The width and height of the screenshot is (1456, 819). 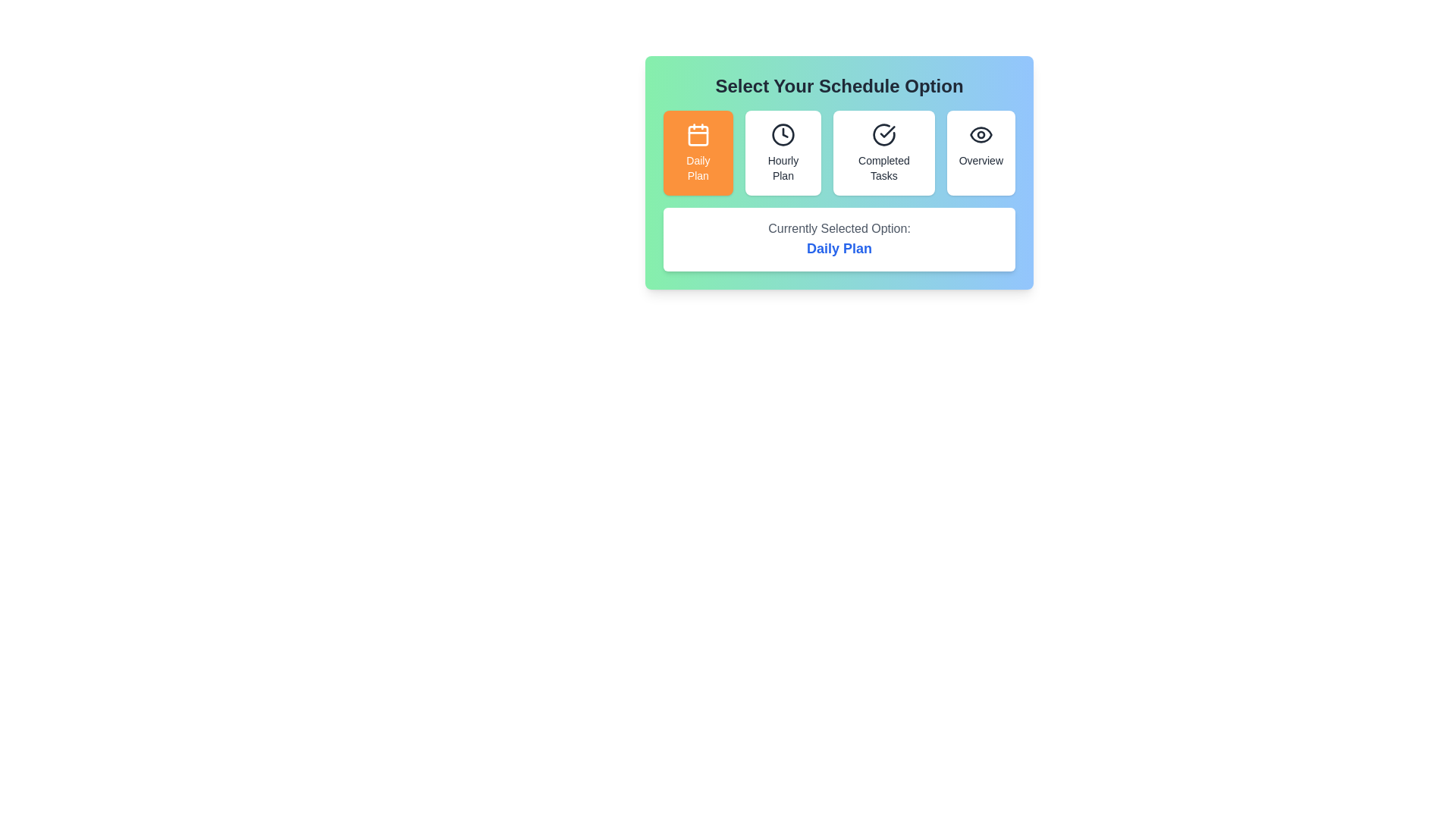 I want to click on the schedule option Completed Tasks, so click(x=884, y=152).